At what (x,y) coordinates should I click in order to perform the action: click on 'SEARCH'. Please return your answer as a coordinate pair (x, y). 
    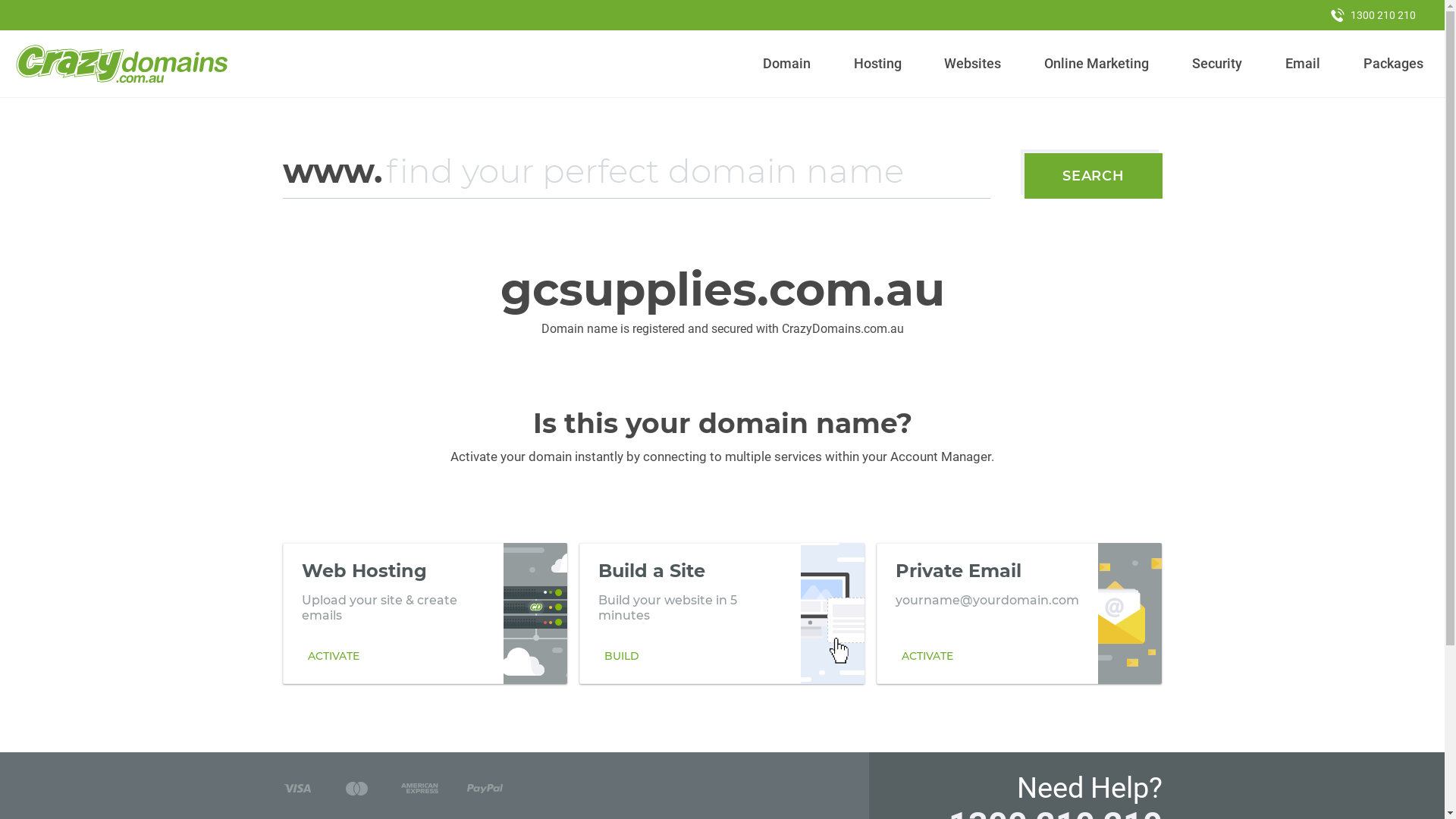
    Looking at the image, I should click on (1093, 174).